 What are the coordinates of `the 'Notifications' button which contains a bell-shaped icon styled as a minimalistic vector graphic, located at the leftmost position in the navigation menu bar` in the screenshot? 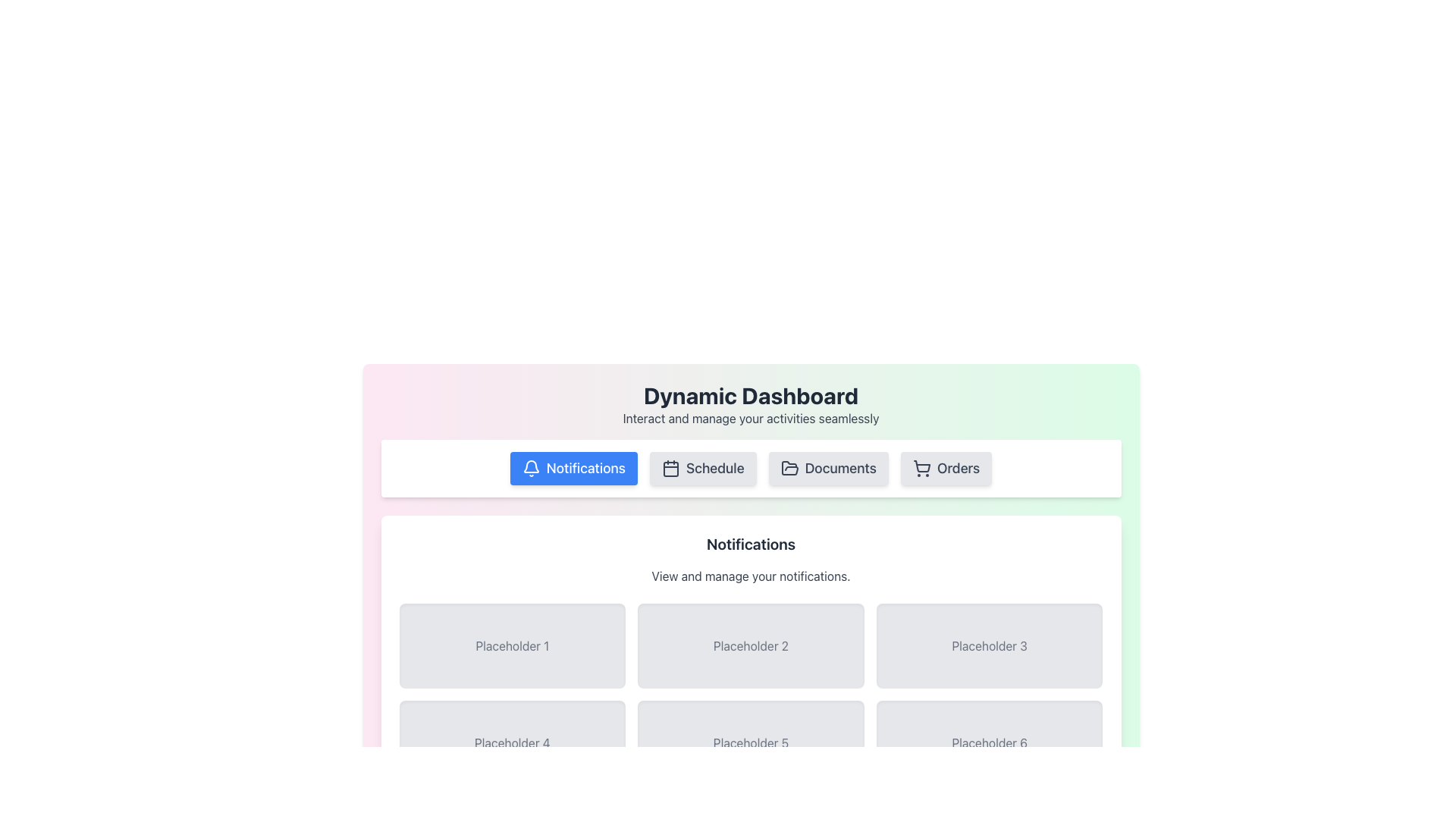 It's located at (531, 467).